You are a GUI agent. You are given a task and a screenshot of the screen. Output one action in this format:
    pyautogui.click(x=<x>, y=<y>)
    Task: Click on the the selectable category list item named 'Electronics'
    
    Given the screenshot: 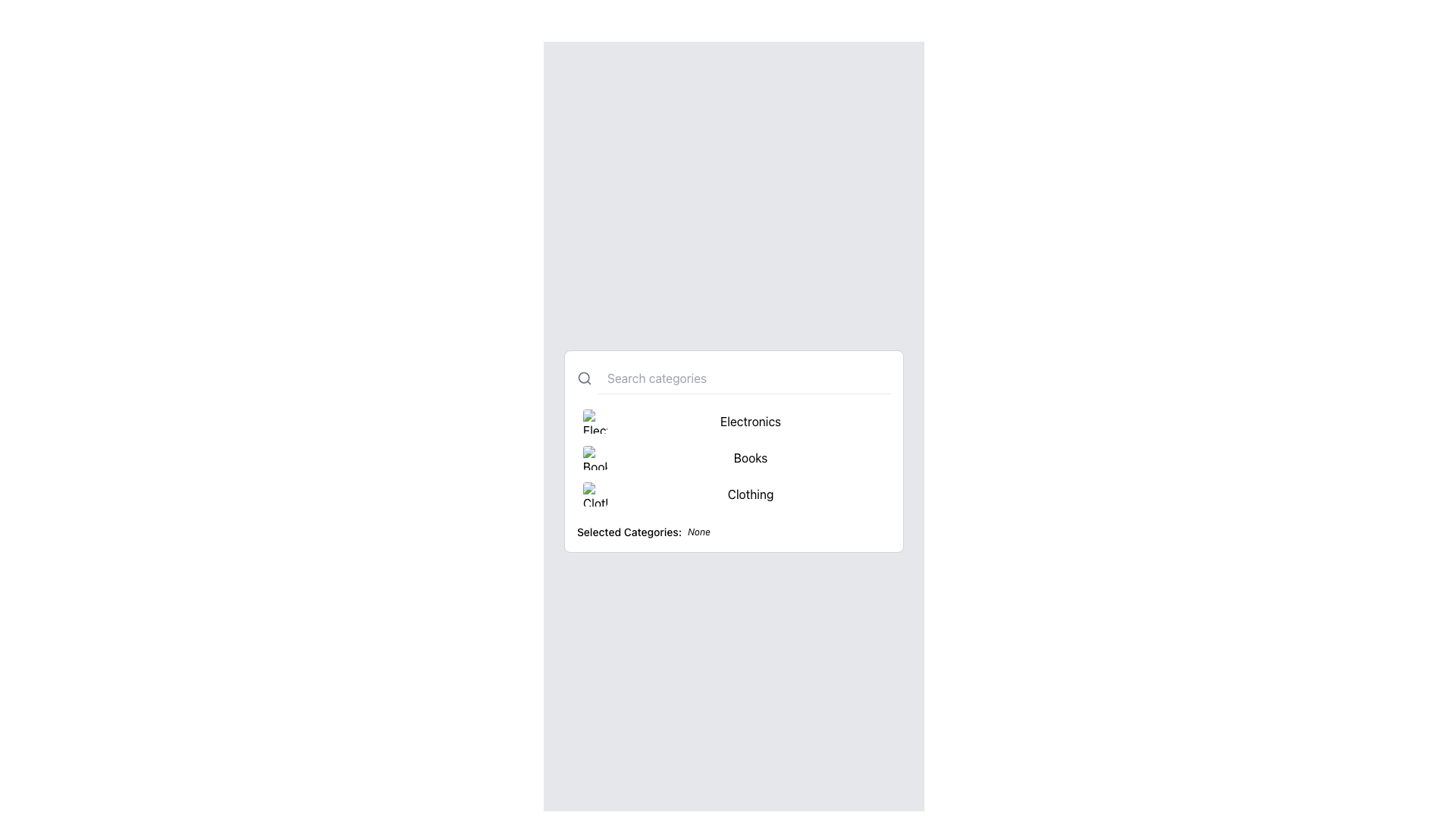 What is the action you would take?
    pyautogui.click(x=734, y=421)
    